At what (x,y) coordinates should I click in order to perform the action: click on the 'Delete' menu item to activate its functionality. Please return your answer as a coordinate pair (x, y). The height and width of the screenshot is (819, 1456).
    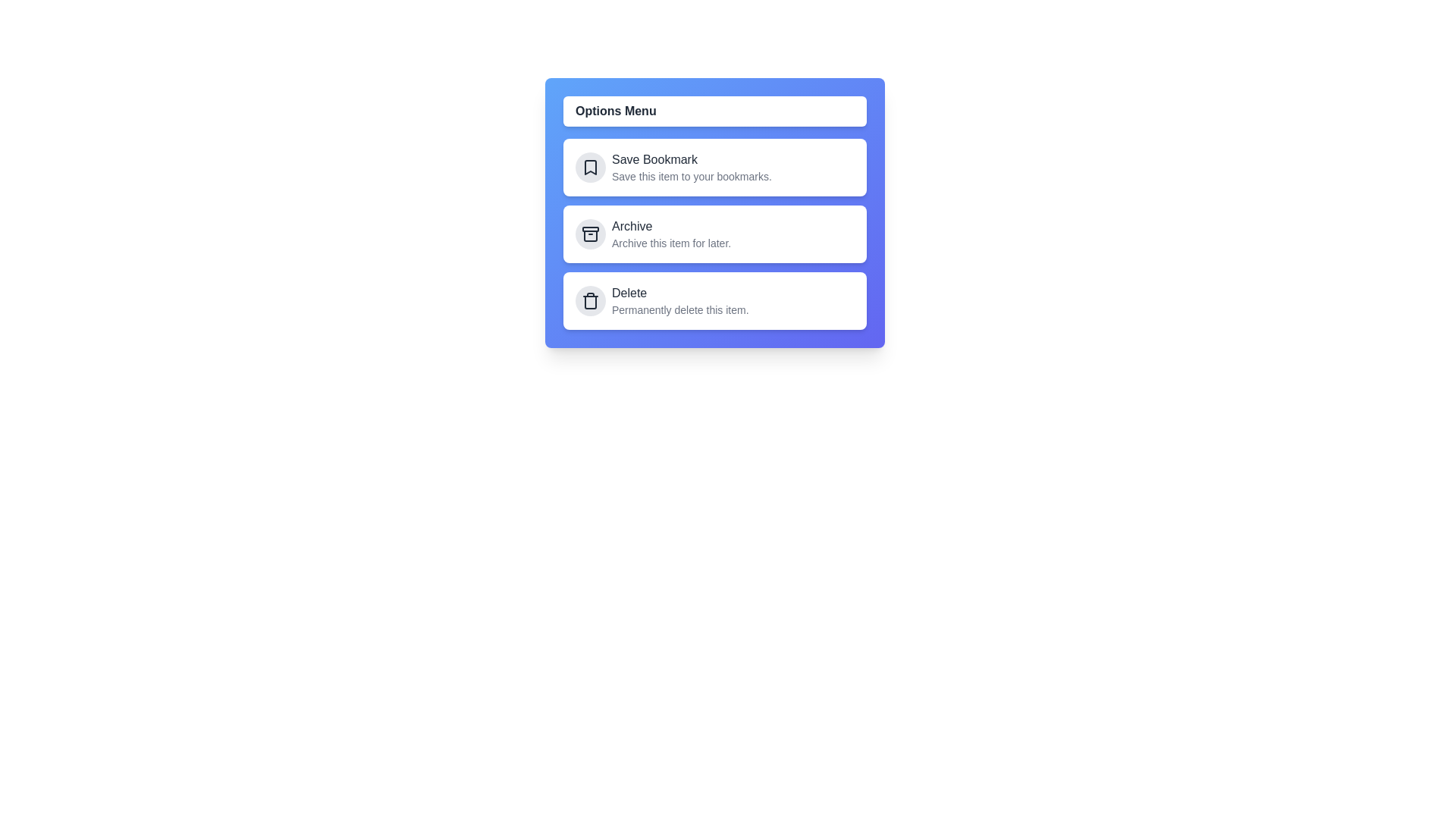
    Looking at the image, I should click on (714, 301).